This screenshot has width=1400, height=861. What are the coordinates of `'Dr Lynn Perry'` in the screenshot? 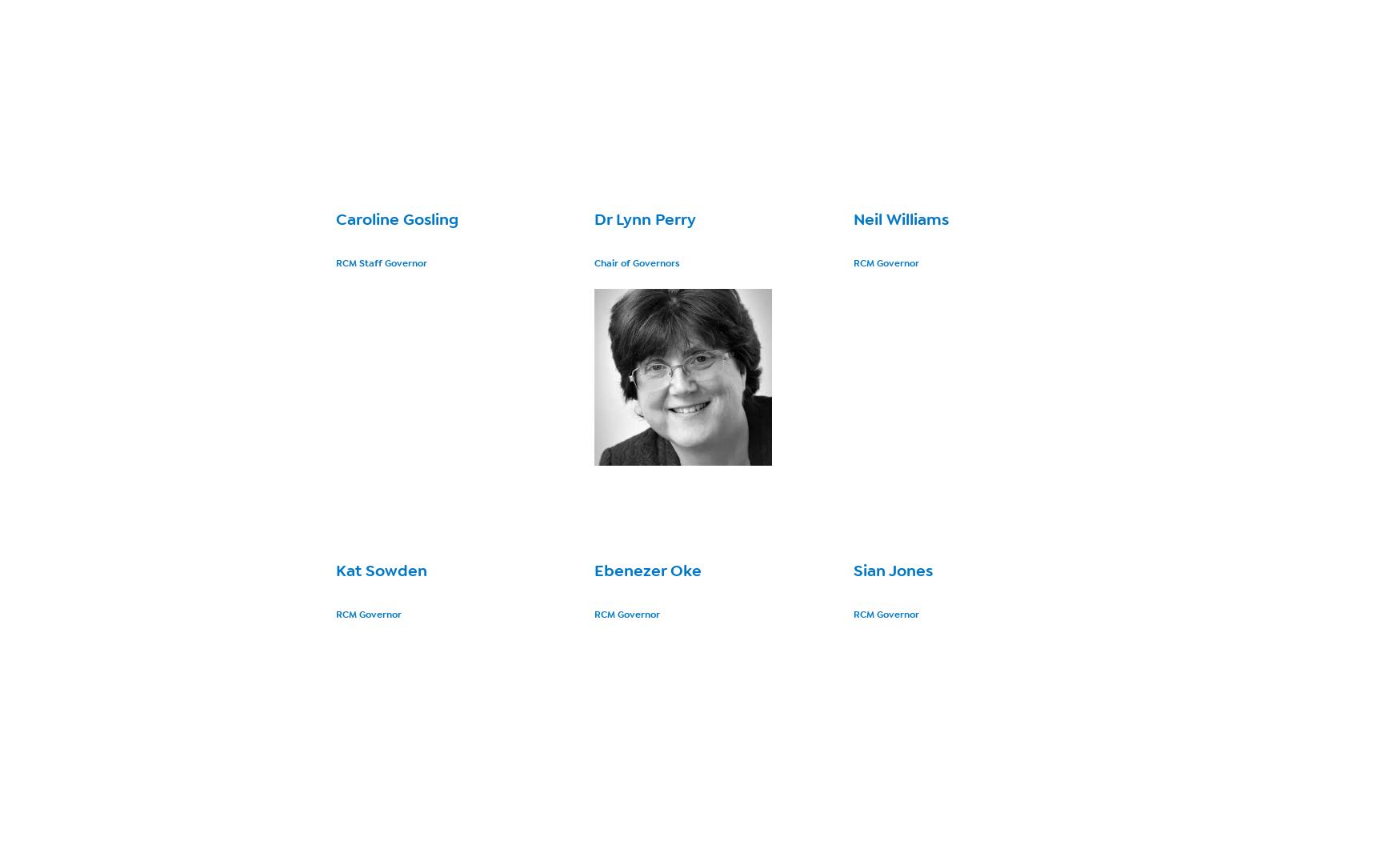 It's located at (644, 218).